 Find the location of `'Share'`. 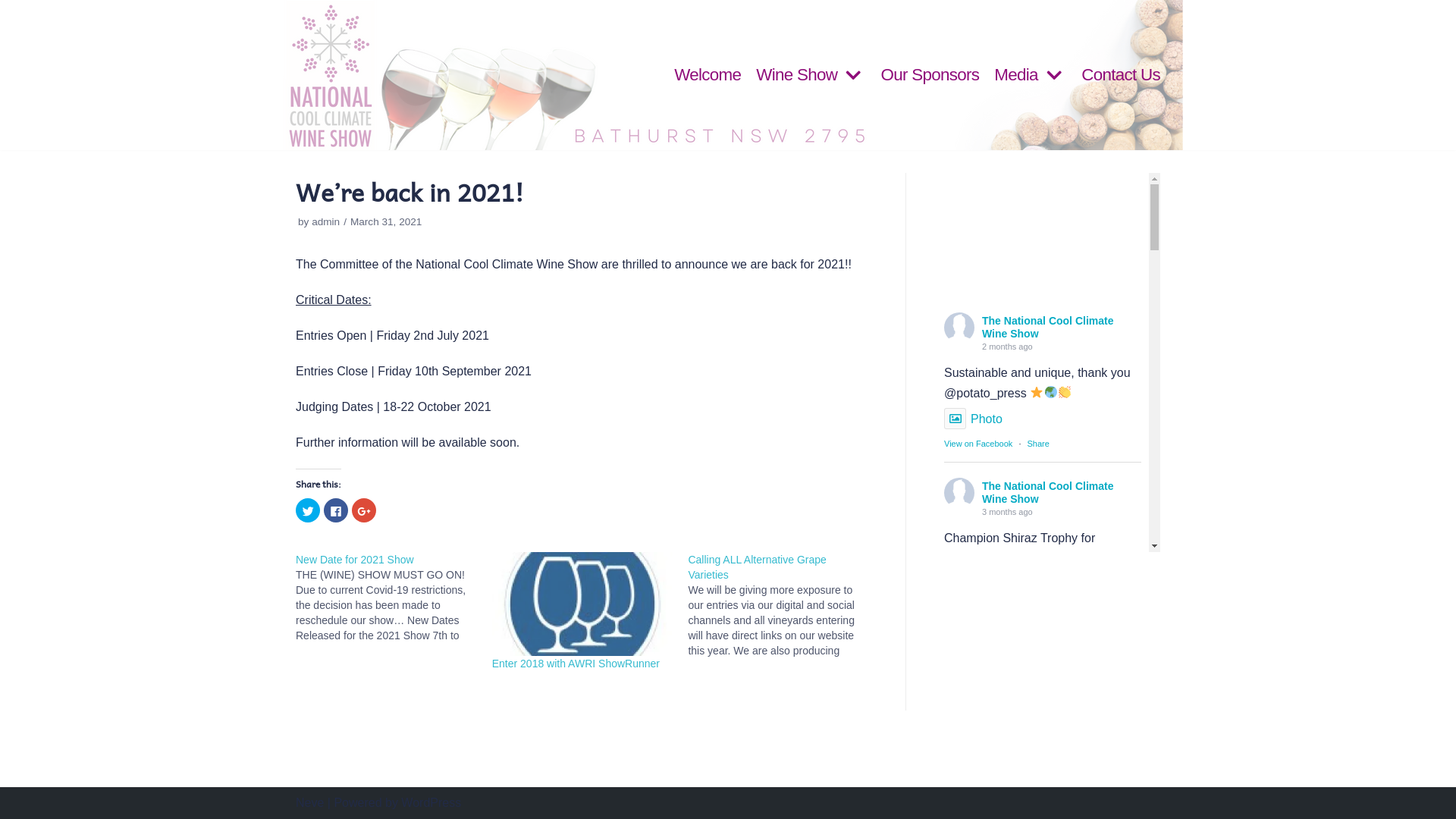

'Share' is located at coordinates (1037, 444).